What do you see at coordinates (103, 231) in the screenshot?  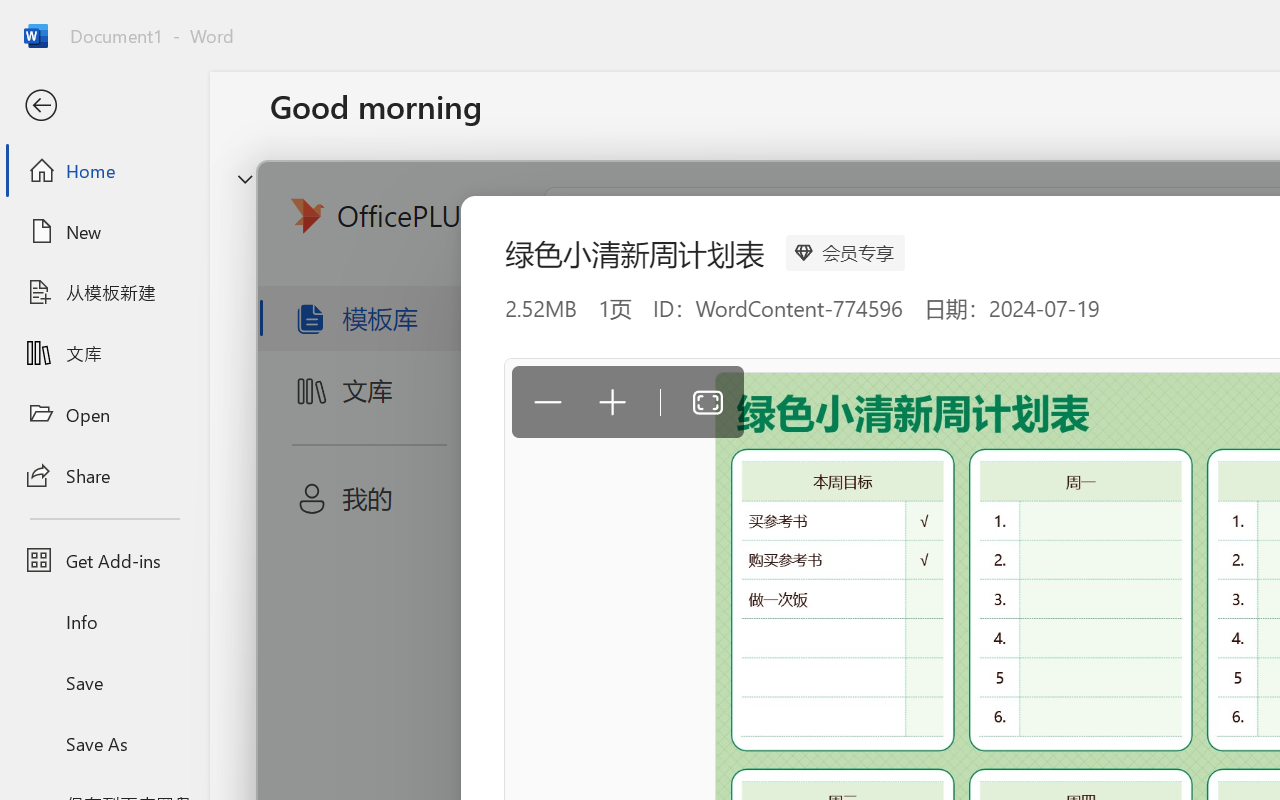 I see `'New'` at bounding box center [103, 231].